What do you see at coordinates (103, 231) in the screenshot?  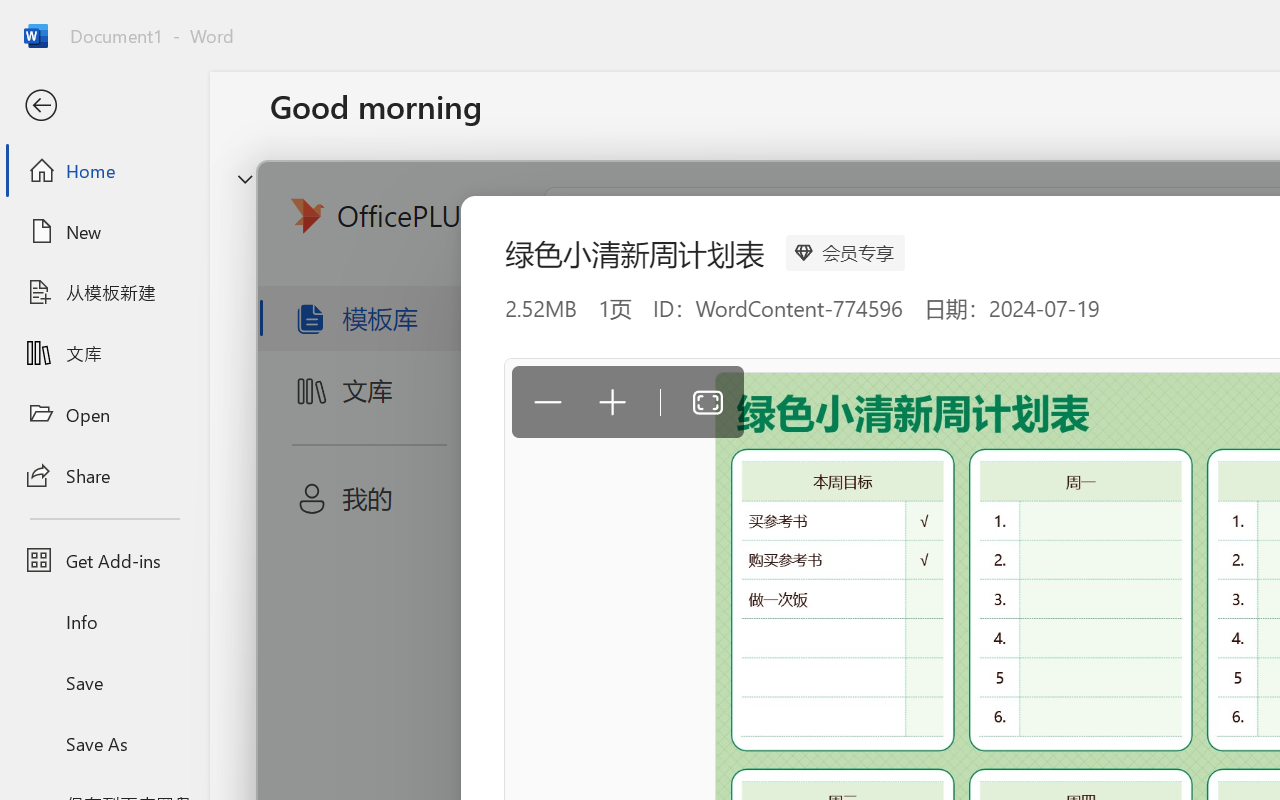 I see `'New'` at bounding box center [103, 231].